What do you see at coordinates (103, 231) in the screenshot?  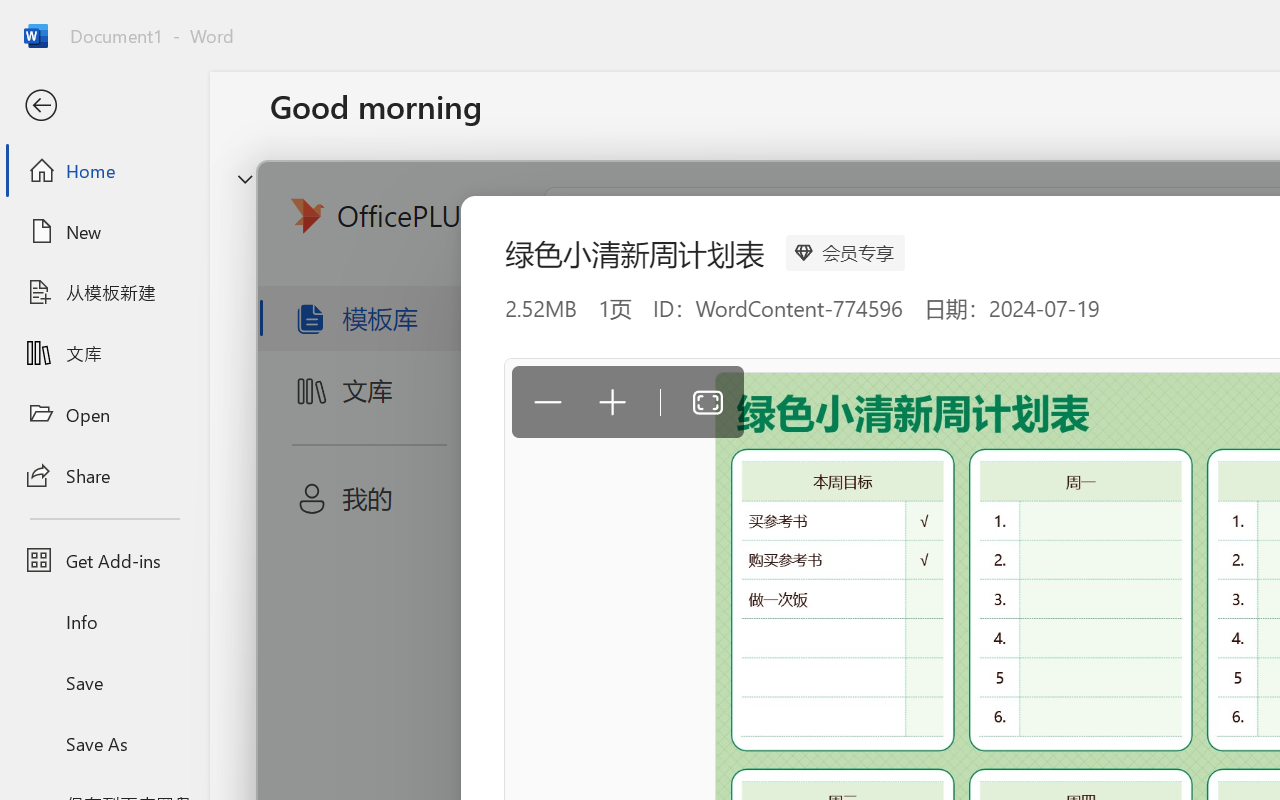 I see `'New'` at bounding box center [103, 231].